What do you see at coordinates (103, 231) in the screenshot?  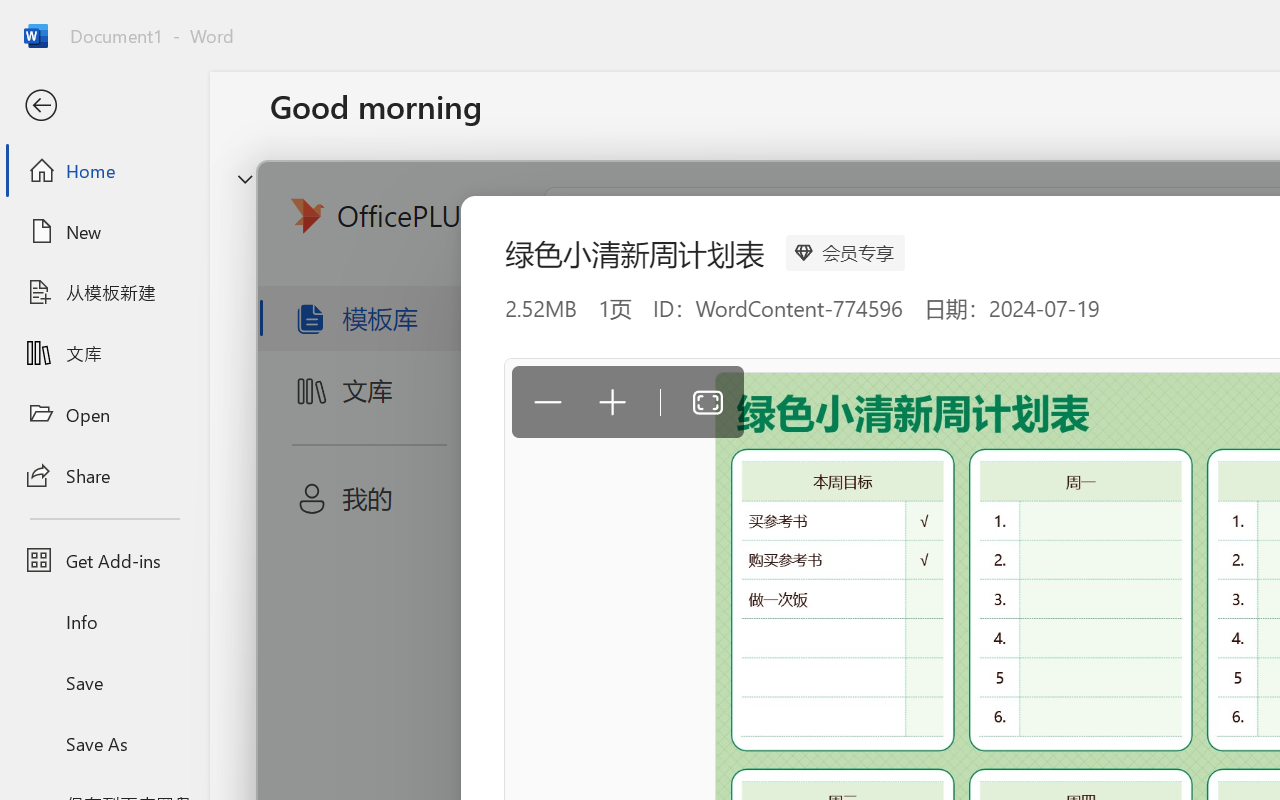 I see `'New'` at bounding box center [103, 231].